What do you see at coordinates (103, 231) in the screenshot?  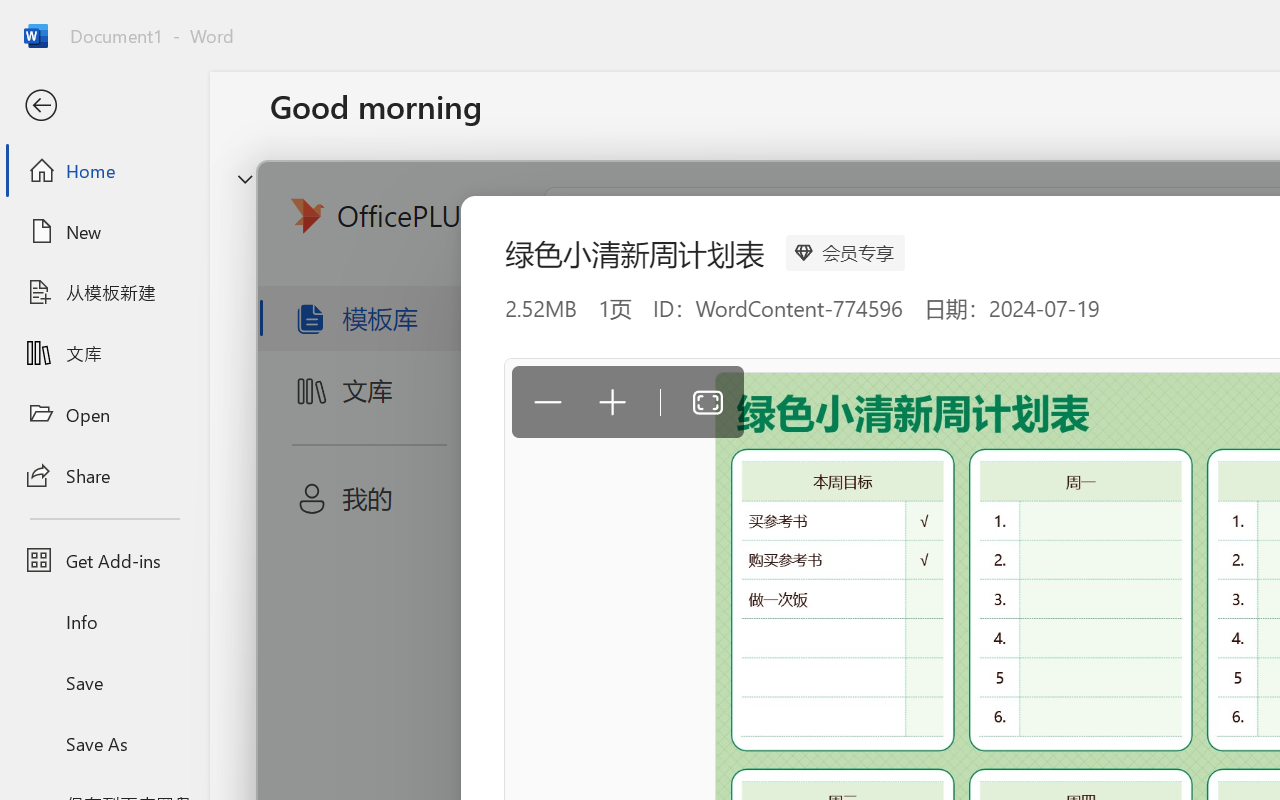 I see `'New'` at bounding box center [103, 231].